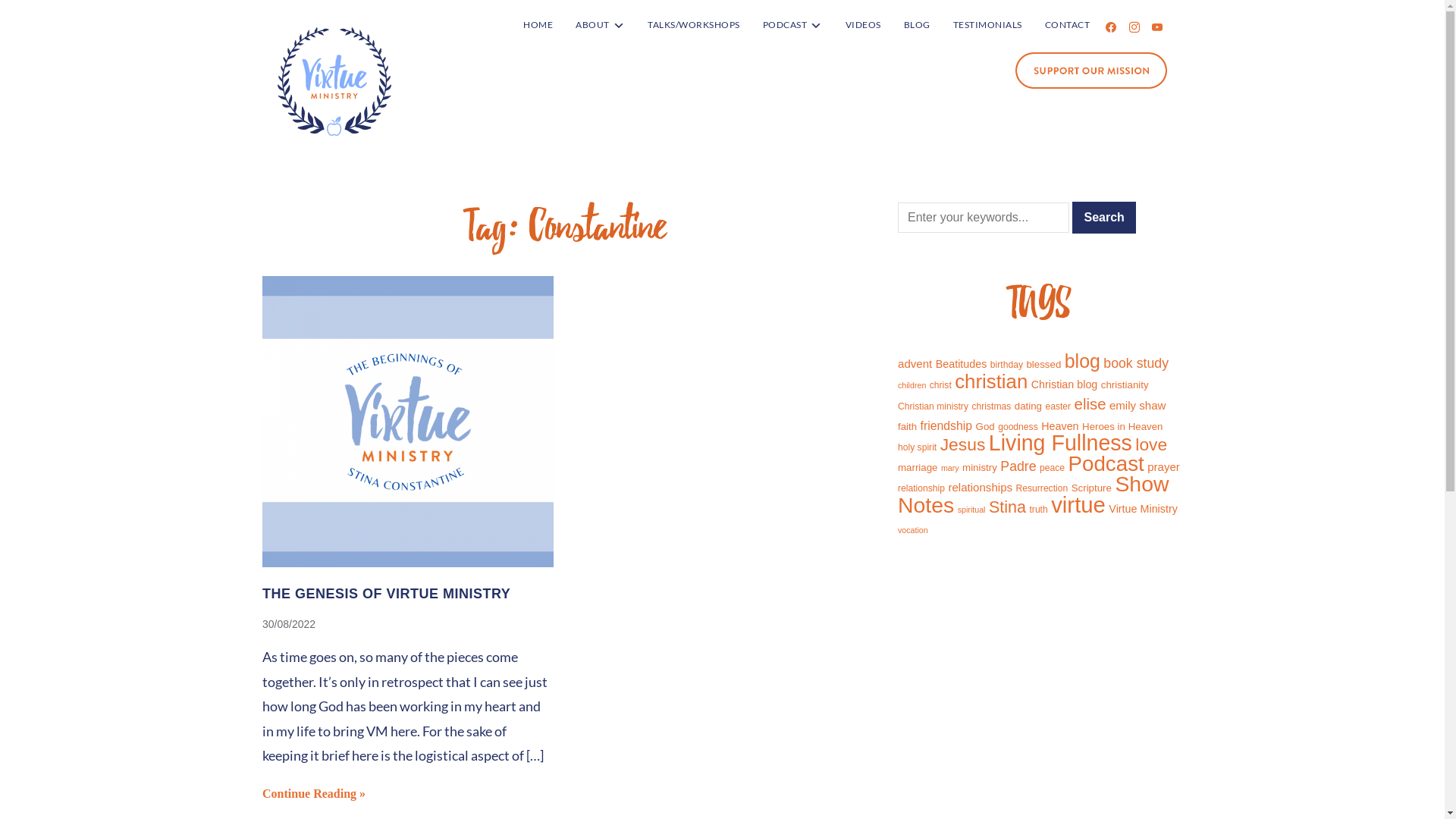  What do you see at coordinates (914, 363) in the screenshot?
I see `'advent'` at bounding box center [914, 363].